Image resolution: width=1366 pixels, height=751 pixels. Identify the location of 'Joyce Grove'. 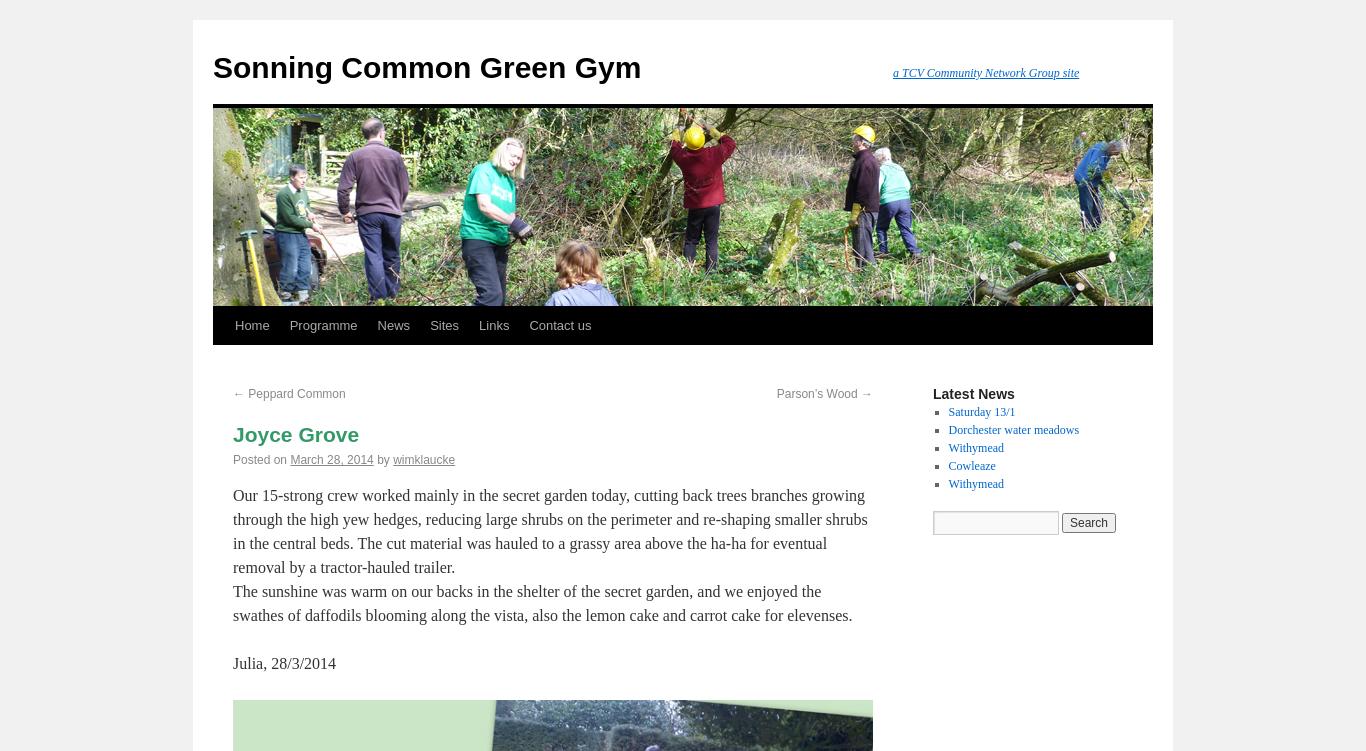
(296, 433).